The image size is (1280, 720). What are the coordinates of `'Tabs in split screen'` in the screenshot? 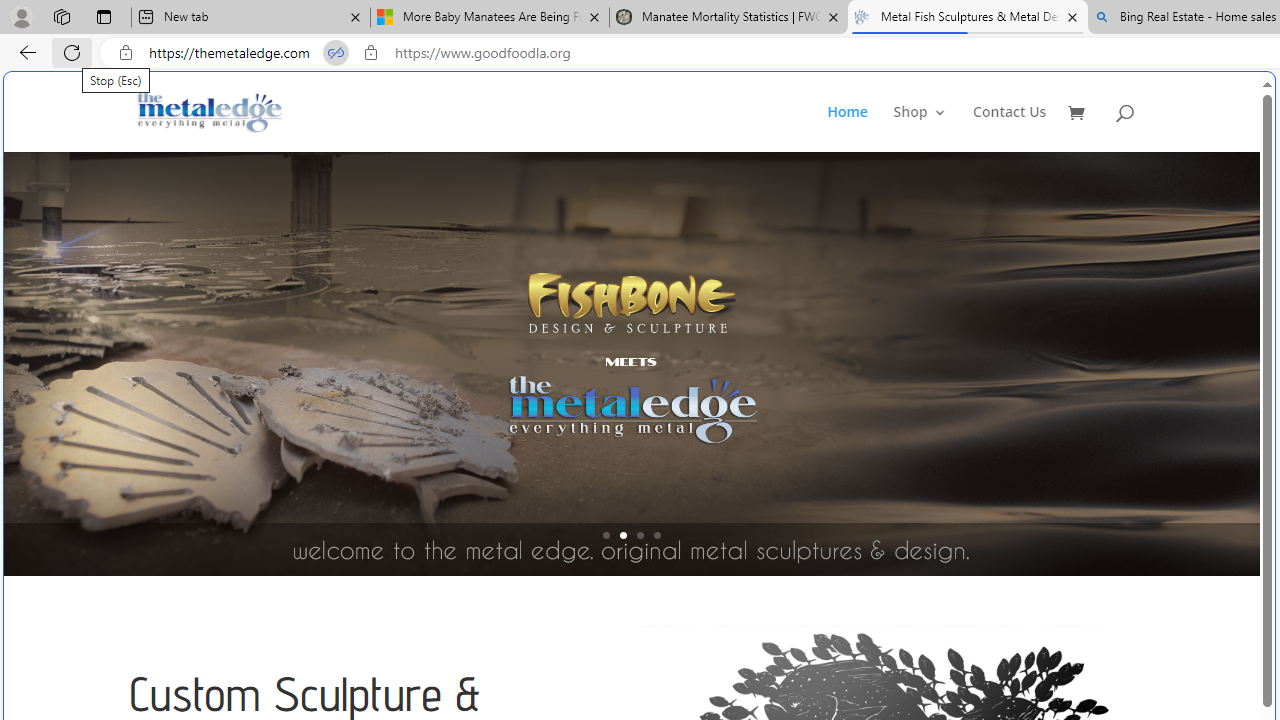 It's located at (336, 52).